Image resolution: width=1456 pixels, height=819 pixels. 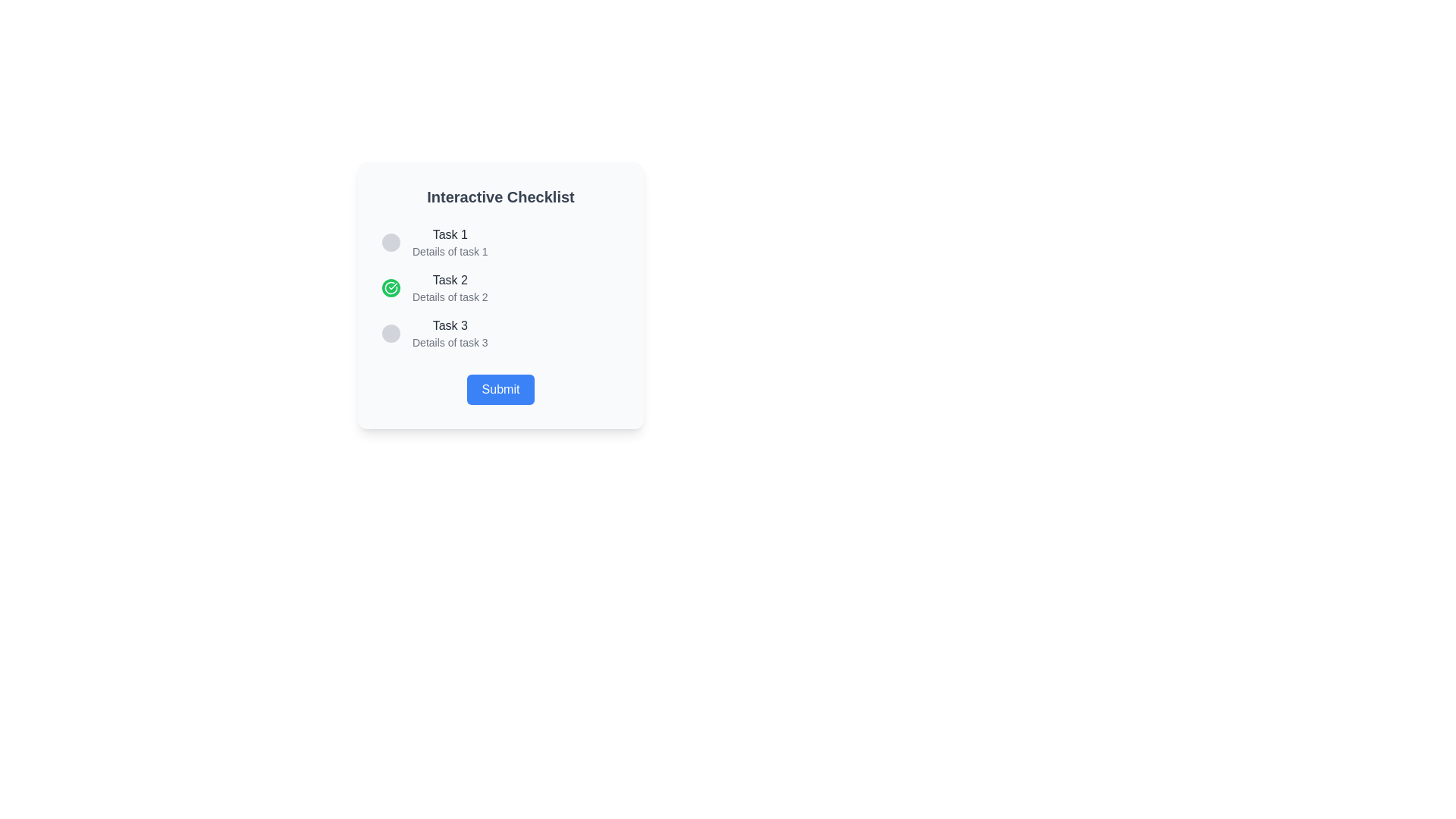 What do you see at coordinates (449, 325) in the screenshot?
I see `the static text label that reads 'Task 3', which is the title of the third checklist item in a vertically stacked list within a checklist interface` at bounding box center [449, 325].